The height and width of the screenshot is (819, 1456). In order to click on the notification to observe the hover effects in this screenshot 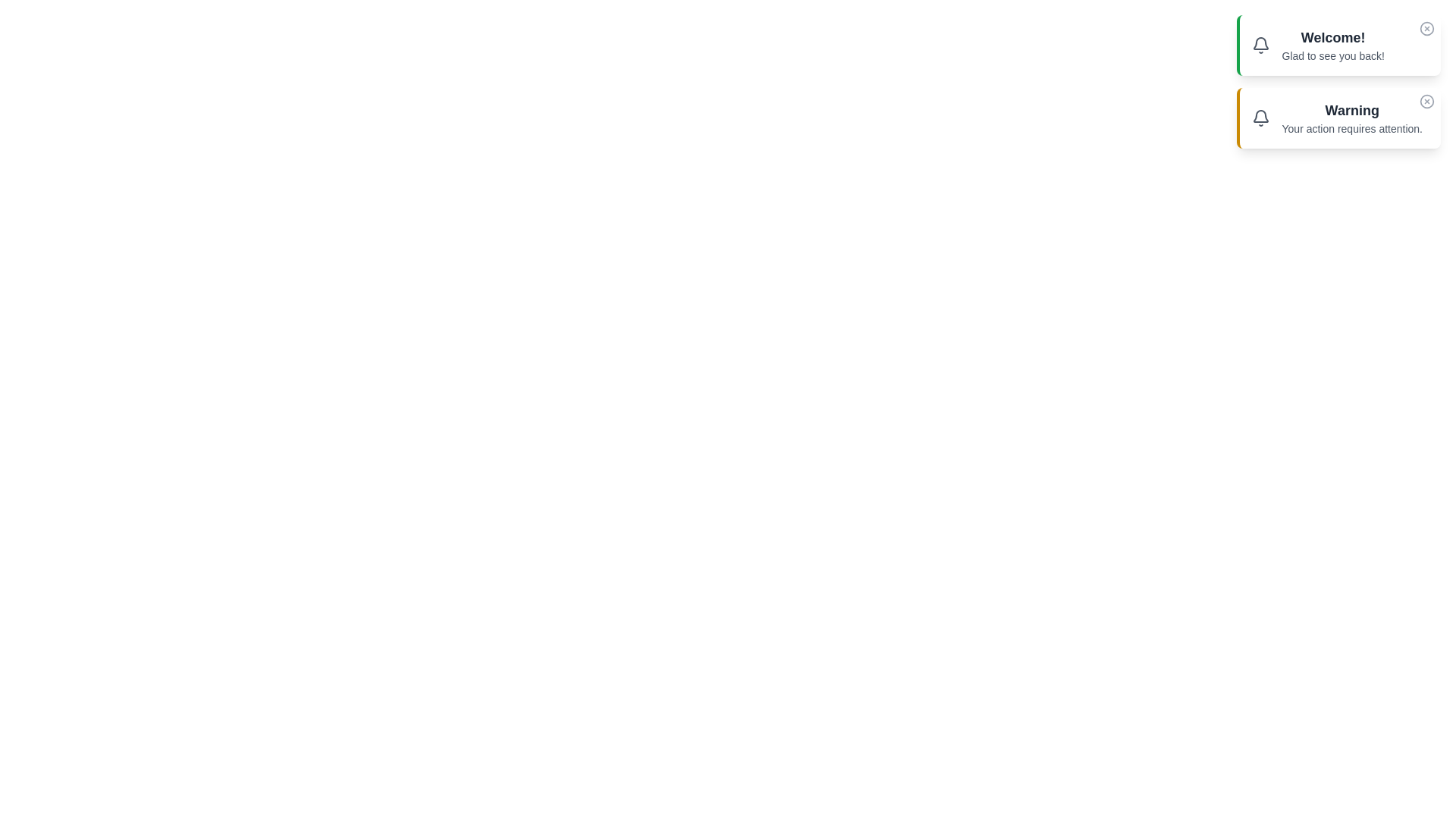, I will do `click(1338, 45)`.